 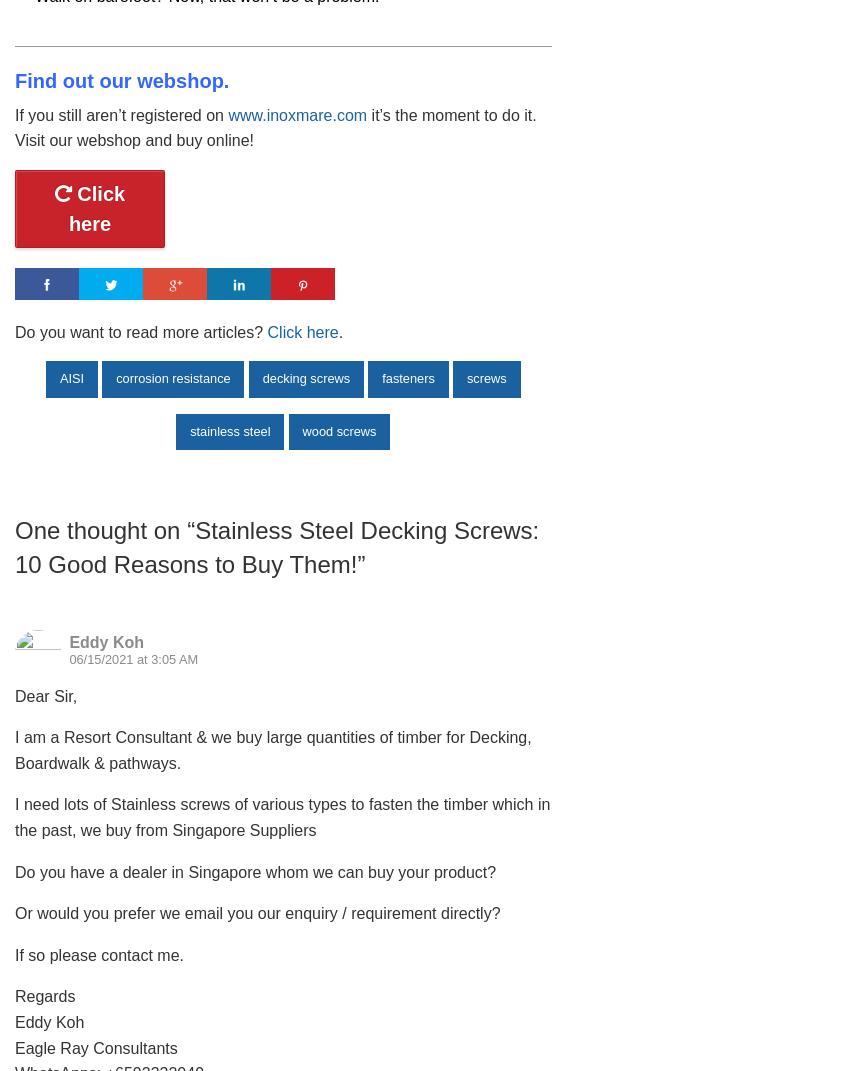 I want to click on 'Find out our webshop.', so click(x=120, y=80).